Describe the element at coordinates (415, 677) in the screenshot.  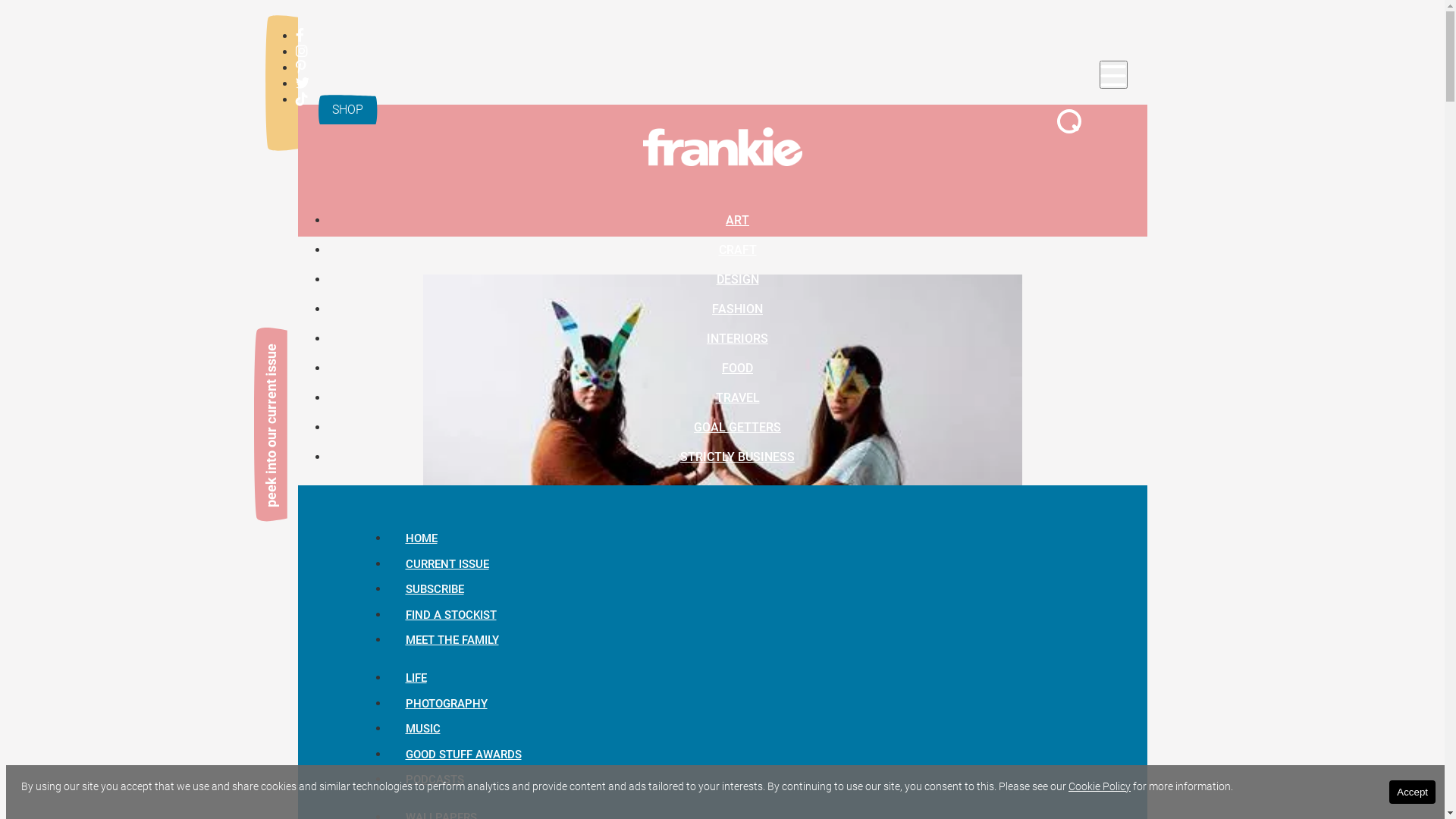
I see `'LIFE'` at that location.